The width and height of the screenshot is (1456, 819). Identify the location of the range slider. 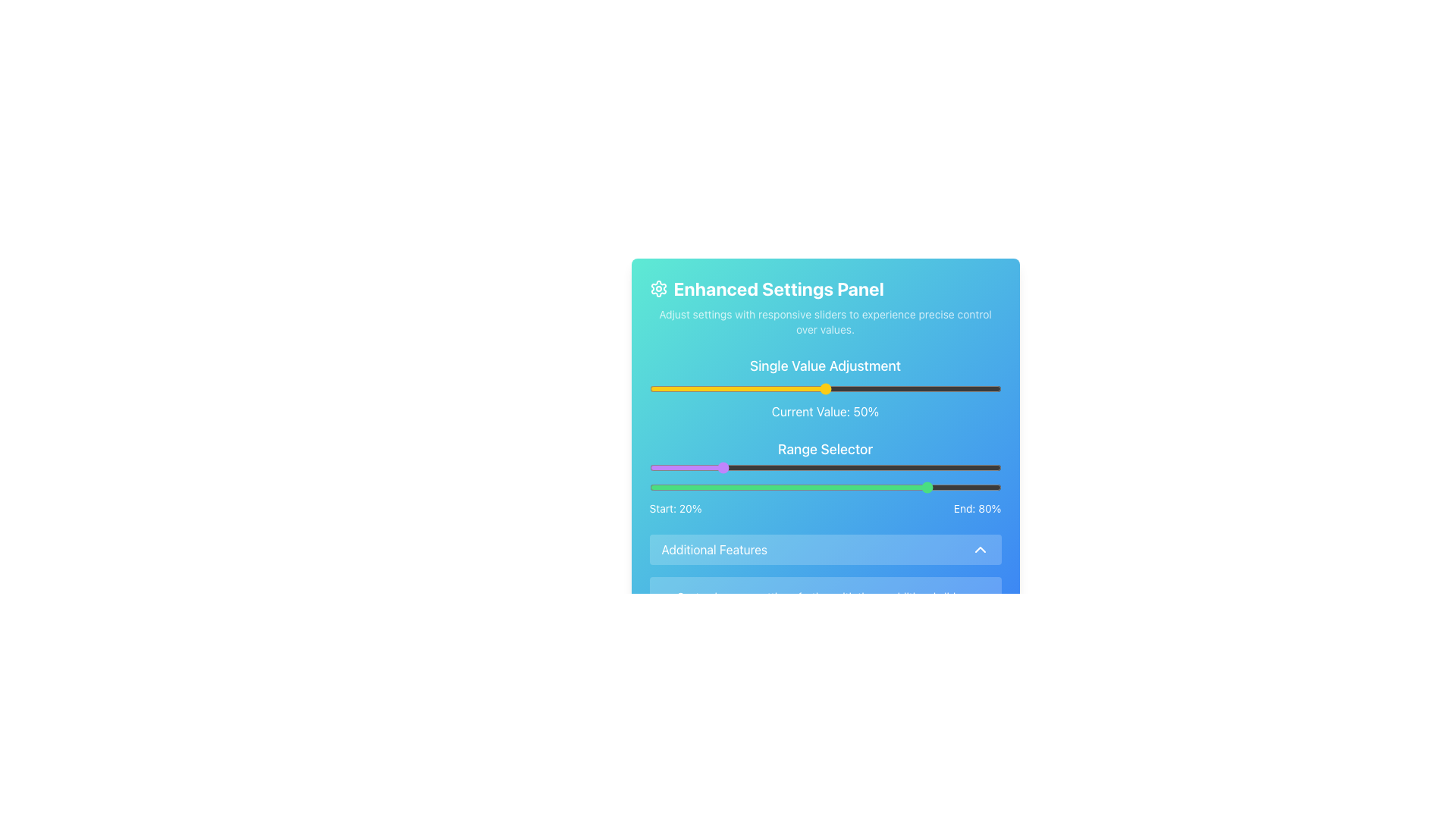
(839, 467).